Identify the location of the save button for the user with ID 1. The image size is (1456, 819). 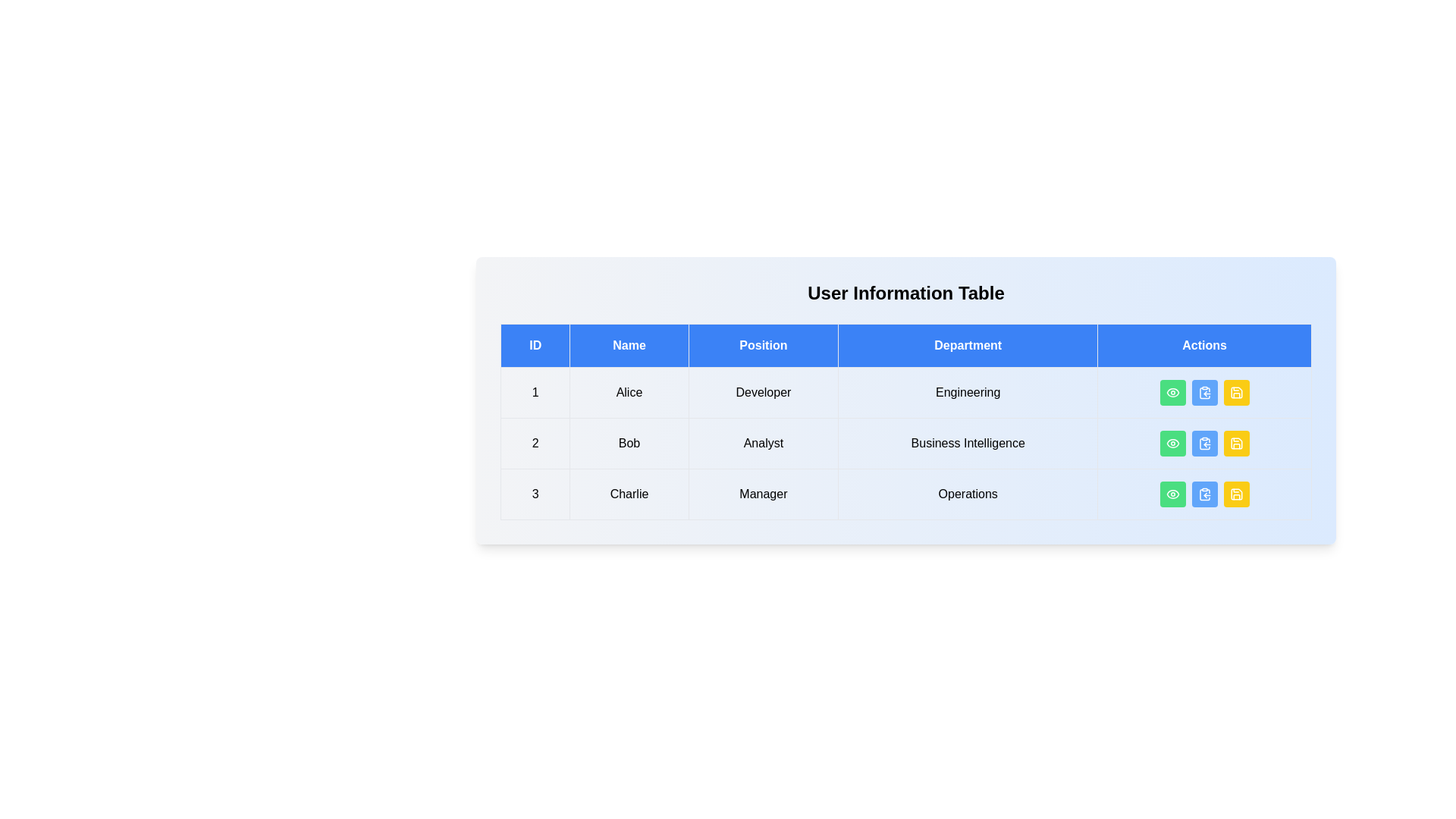
(1236, 391).